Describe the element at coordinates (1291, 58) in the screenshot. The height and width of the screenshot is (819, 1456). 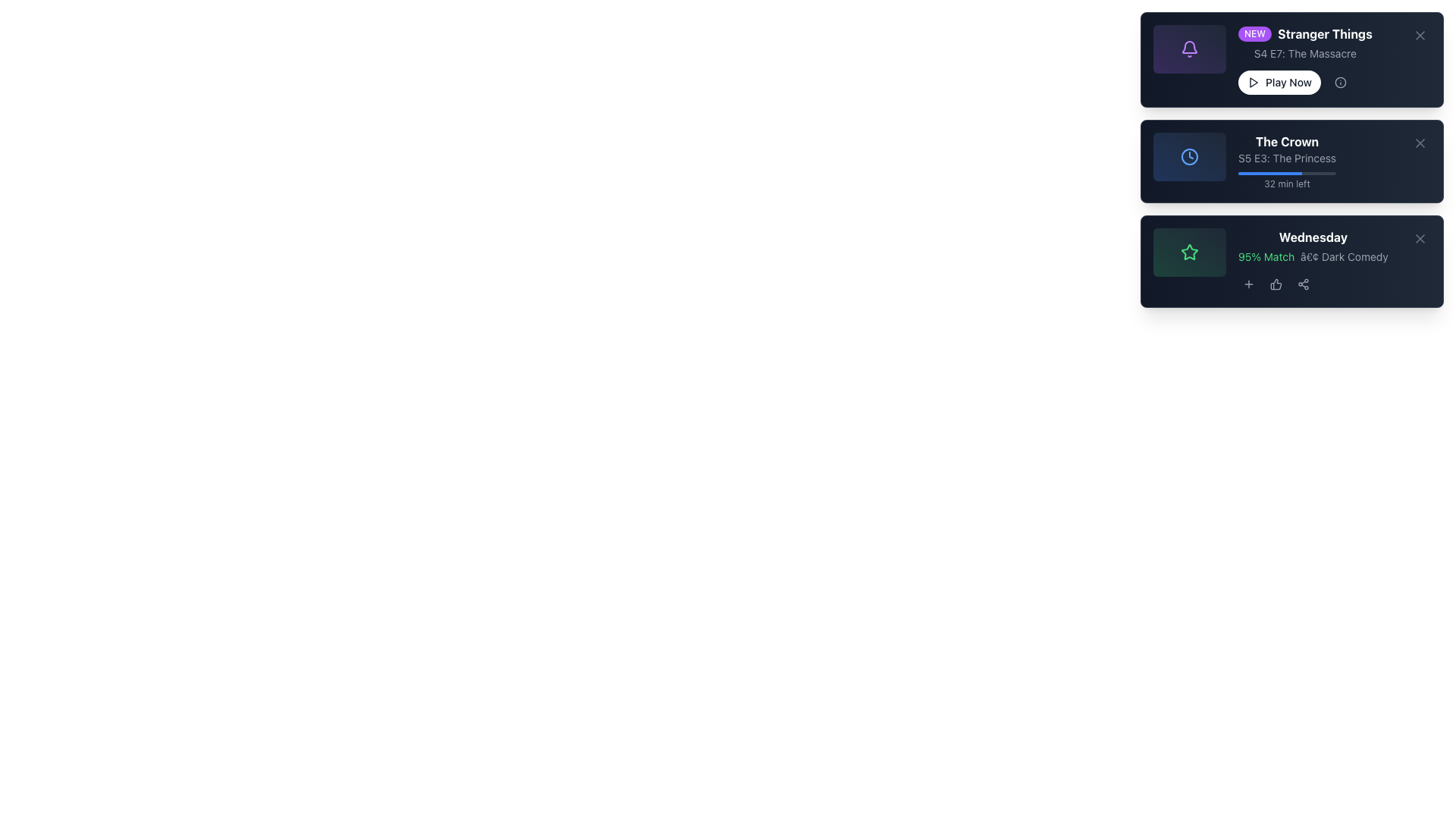
I see `the NEW badge on the Stranger Things card component, which is the first card in the list of media information` at that location.